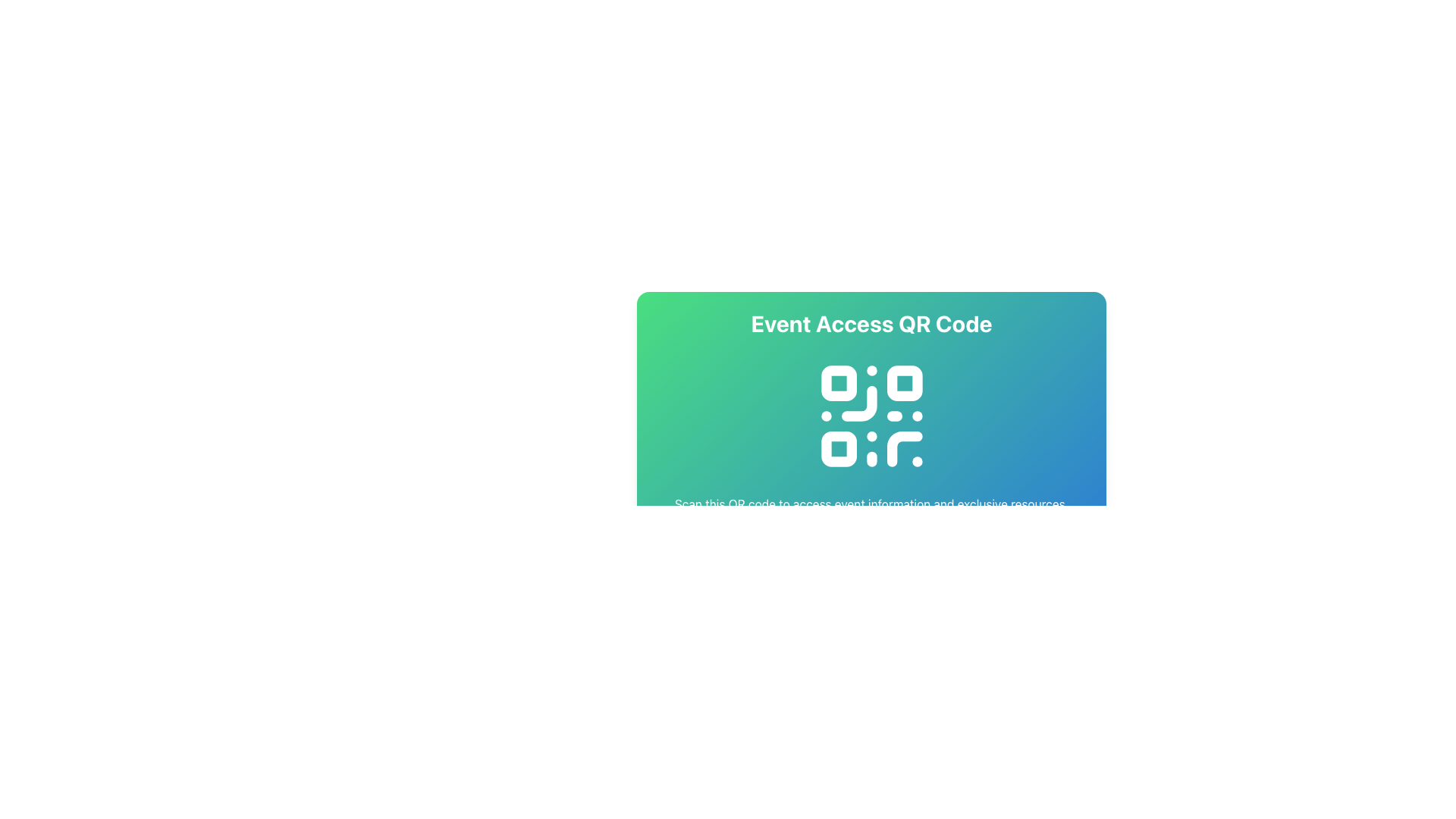 Image resolution: width=1456 pixels, height=819 pixels. What do you see at coordinates (871, 388) in the screenshot?
I see `the Informative Card which provides access to event-related information via a QR code, located in the upper-middle section of the interface` at bounding box center [871, 388].